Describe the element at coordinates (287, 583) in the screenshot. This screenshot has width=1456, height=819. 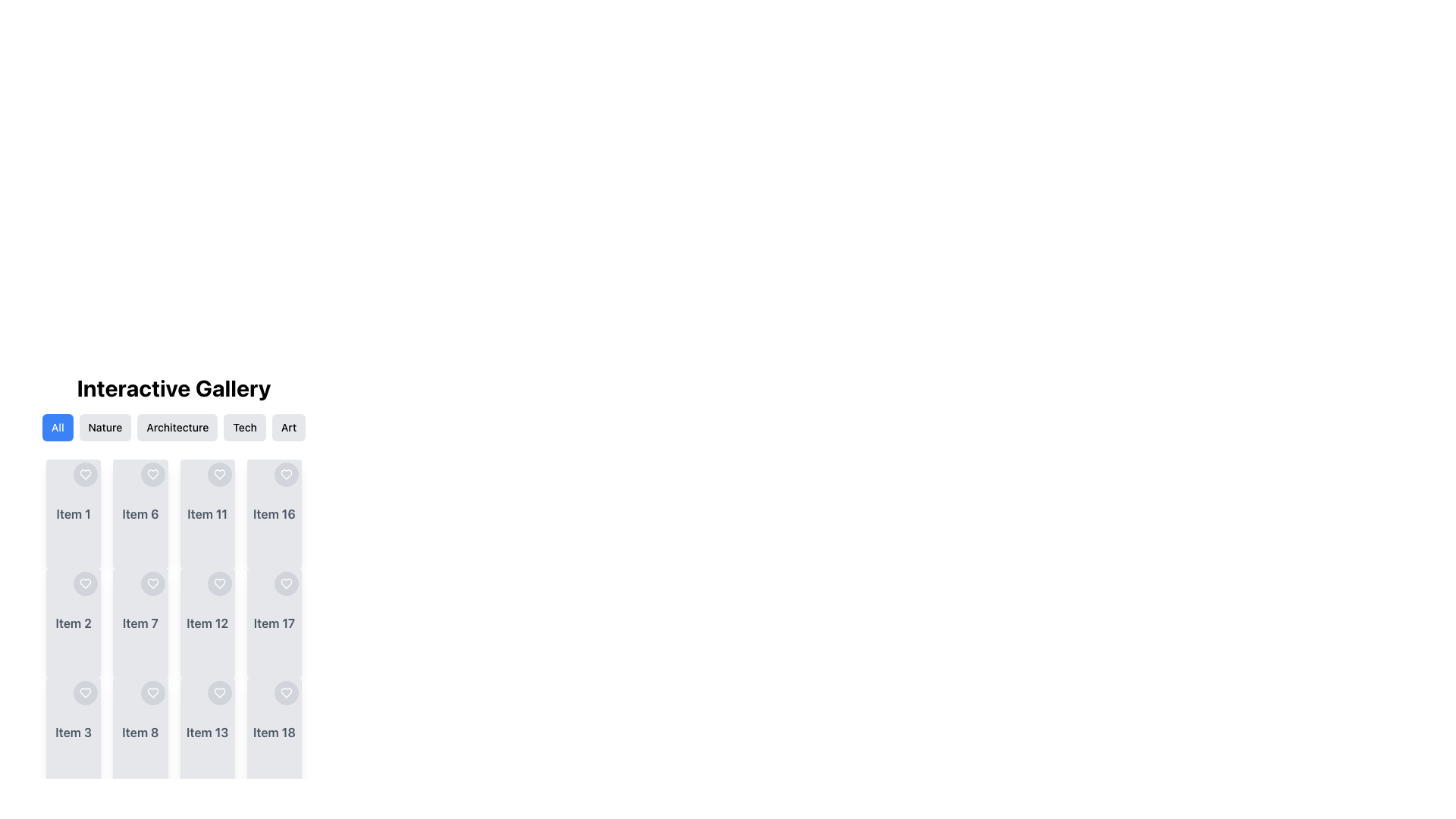
I see `the circular favorite button with a heart icon located at the top-right corner of the card for Item 17 to favorite the item` at that location.